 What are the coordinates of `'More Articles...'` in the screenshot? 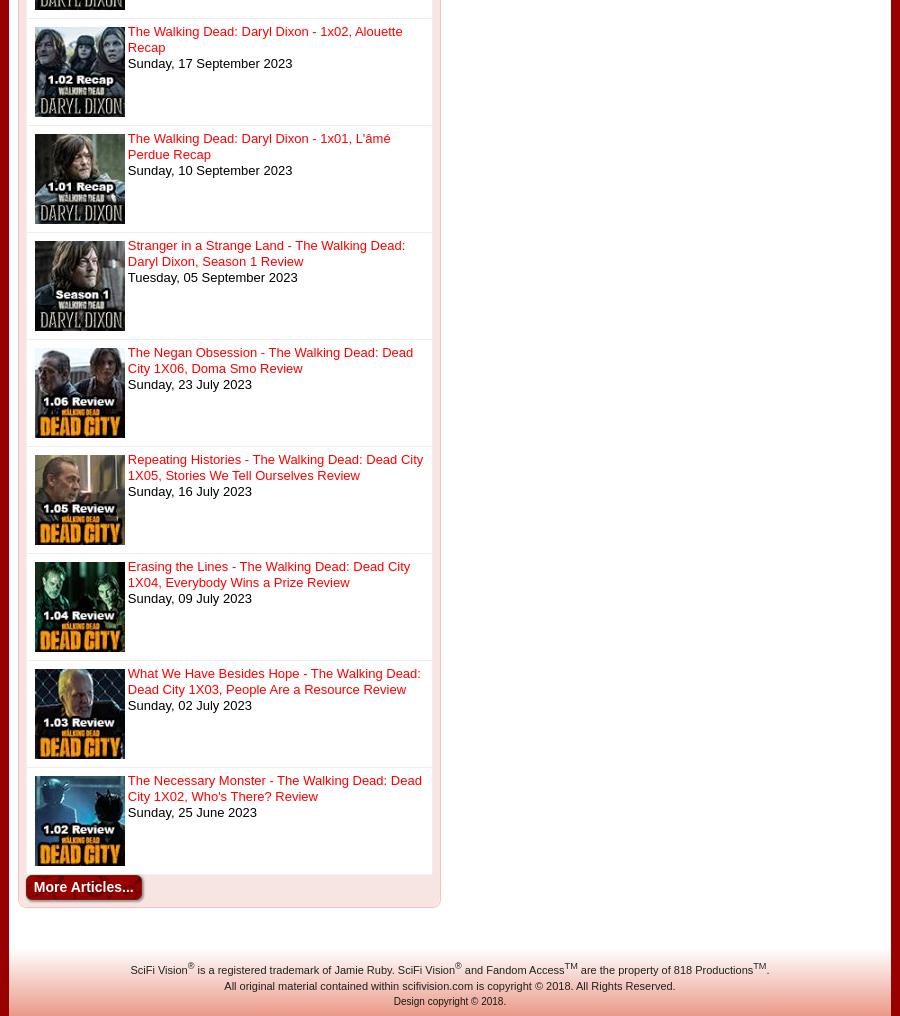 It's located at (32, 886).